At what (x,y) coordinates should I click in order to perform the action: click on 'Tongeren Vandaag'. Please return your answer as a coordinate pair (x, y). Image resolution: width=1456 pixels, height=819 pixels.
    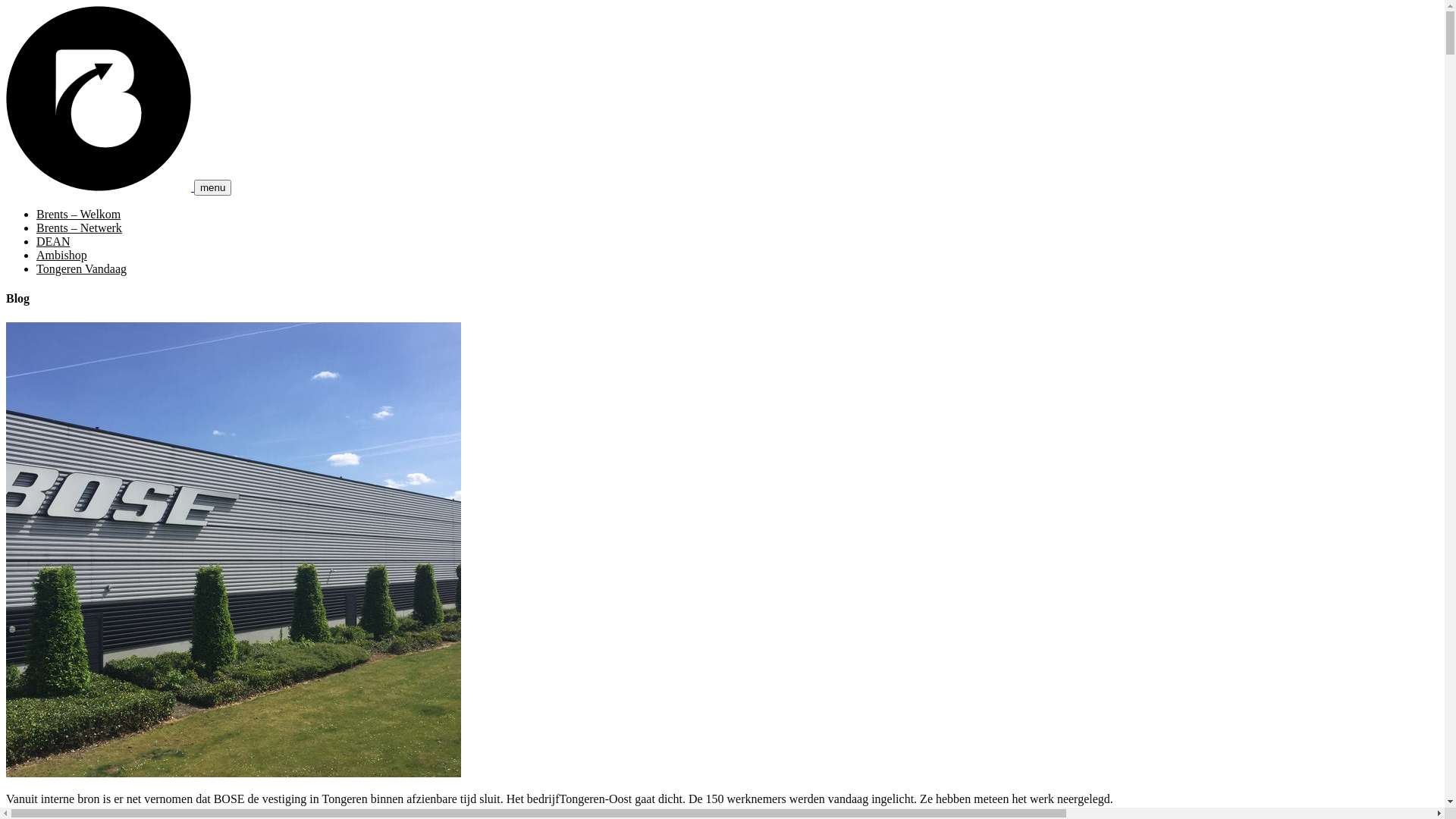
    Looking at the image, I should click on (80, 268).